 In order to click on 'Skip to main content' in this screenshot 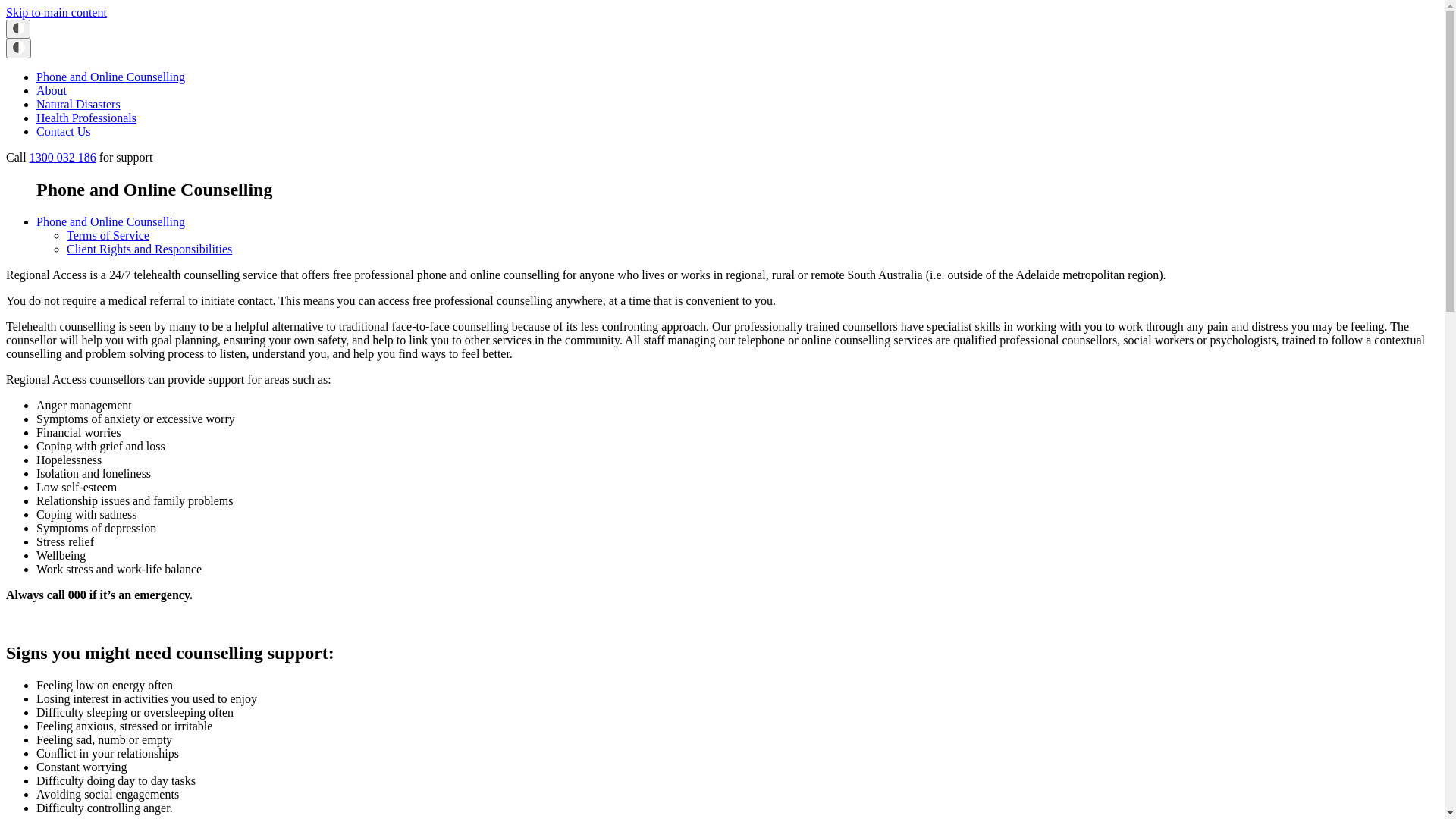, I will do `click(6, 12)`.